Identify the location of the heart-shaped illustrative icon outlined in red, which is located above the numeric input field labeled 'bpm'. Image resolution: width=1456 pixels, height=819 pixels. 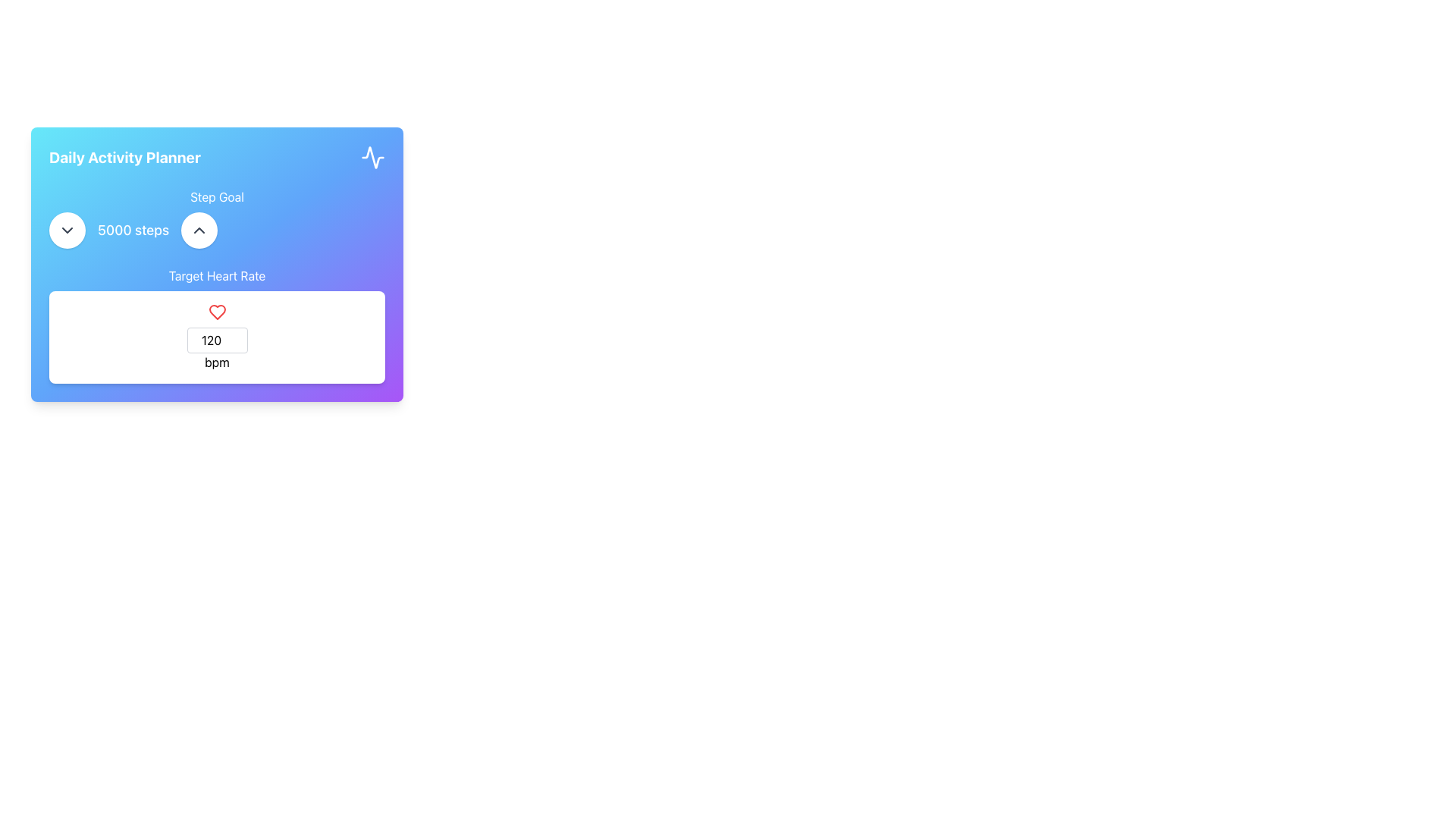
(216, 312).